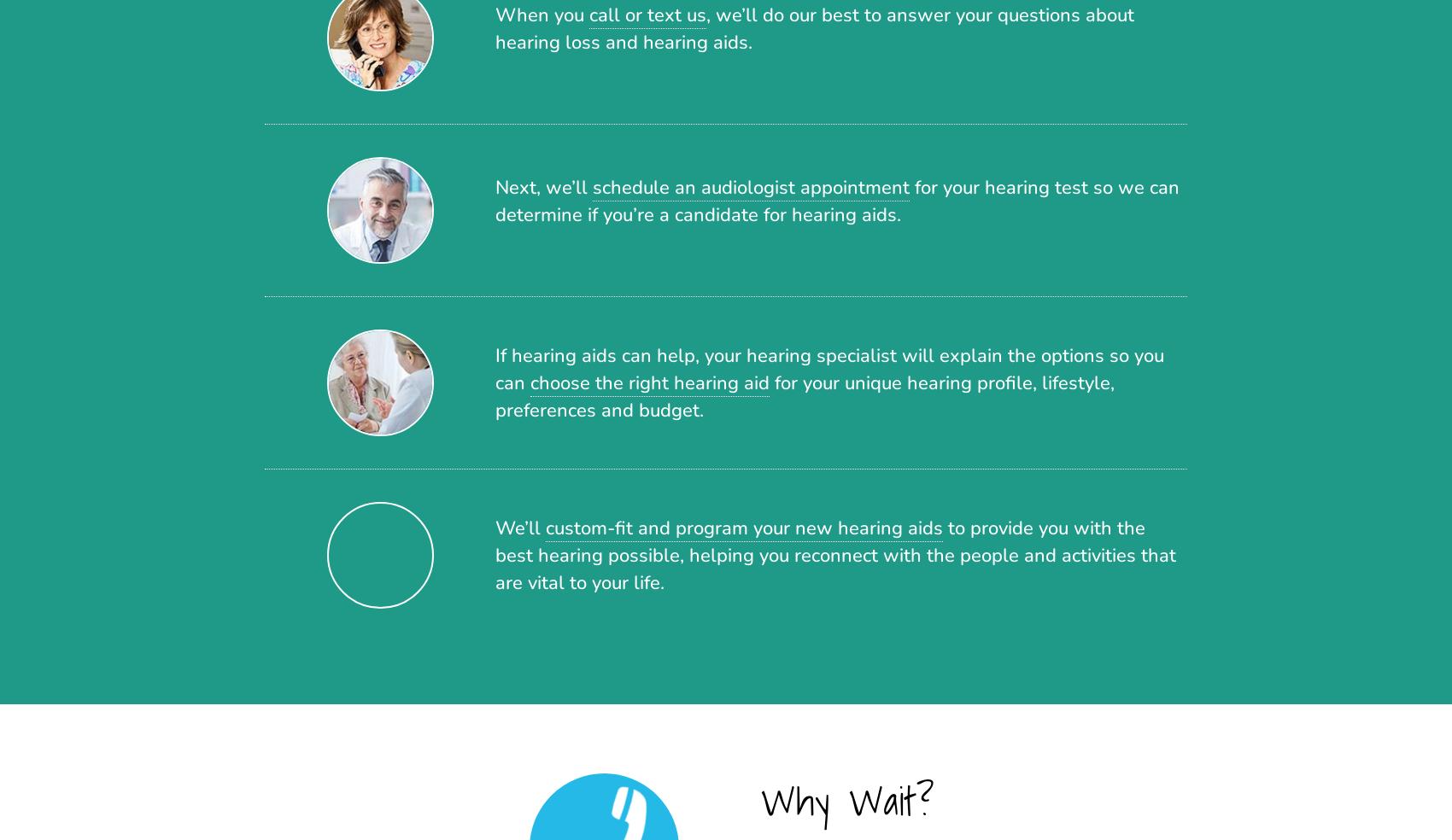 This screenshot has height=840, width=1452. I want to click on 'Why Wait?', so click(846, 799).